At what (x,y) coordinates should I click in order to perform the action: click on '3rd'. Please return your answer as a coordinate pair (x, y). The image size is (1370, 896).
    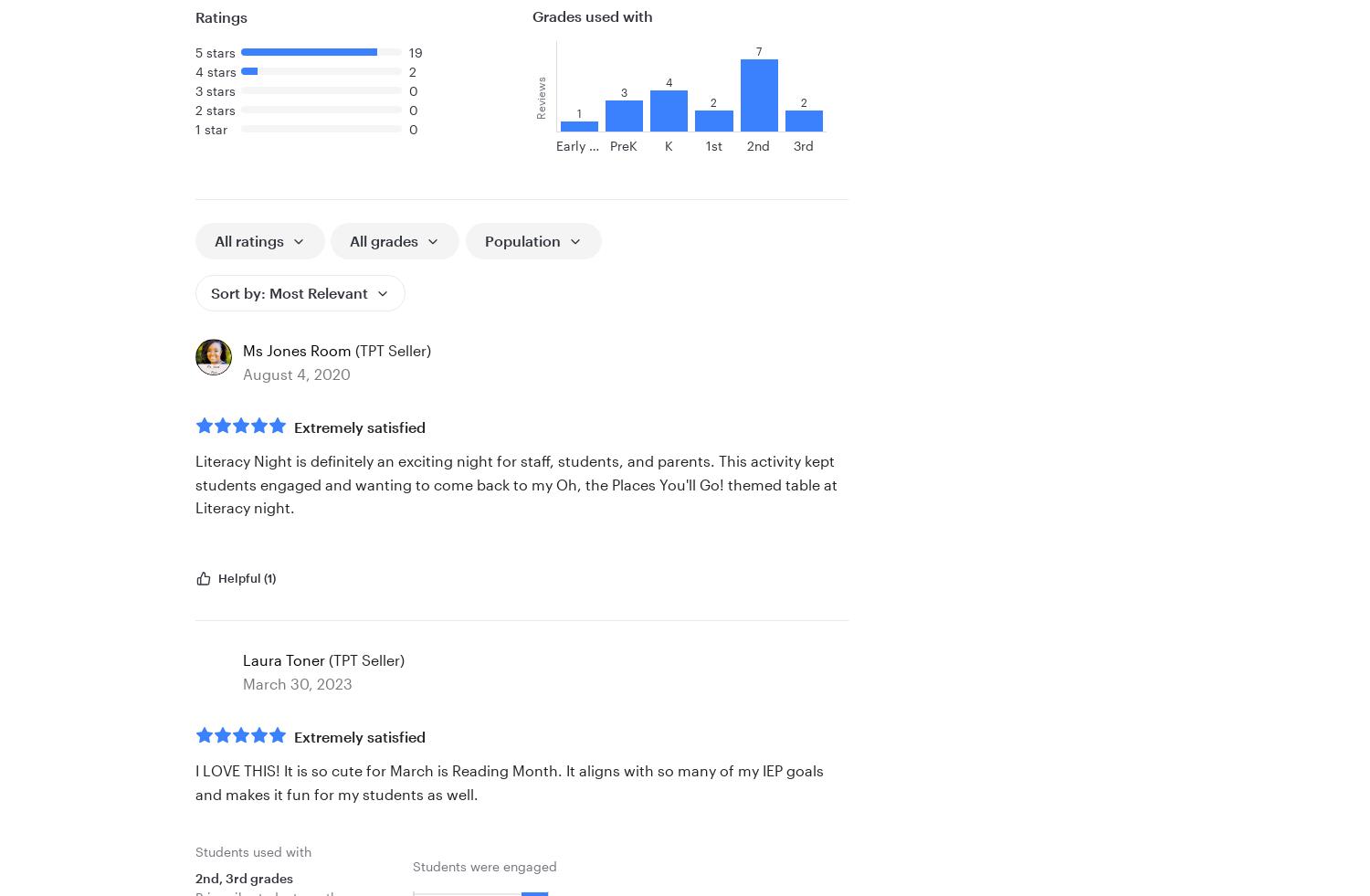
    Looking at the image, I should click on (804, 144).